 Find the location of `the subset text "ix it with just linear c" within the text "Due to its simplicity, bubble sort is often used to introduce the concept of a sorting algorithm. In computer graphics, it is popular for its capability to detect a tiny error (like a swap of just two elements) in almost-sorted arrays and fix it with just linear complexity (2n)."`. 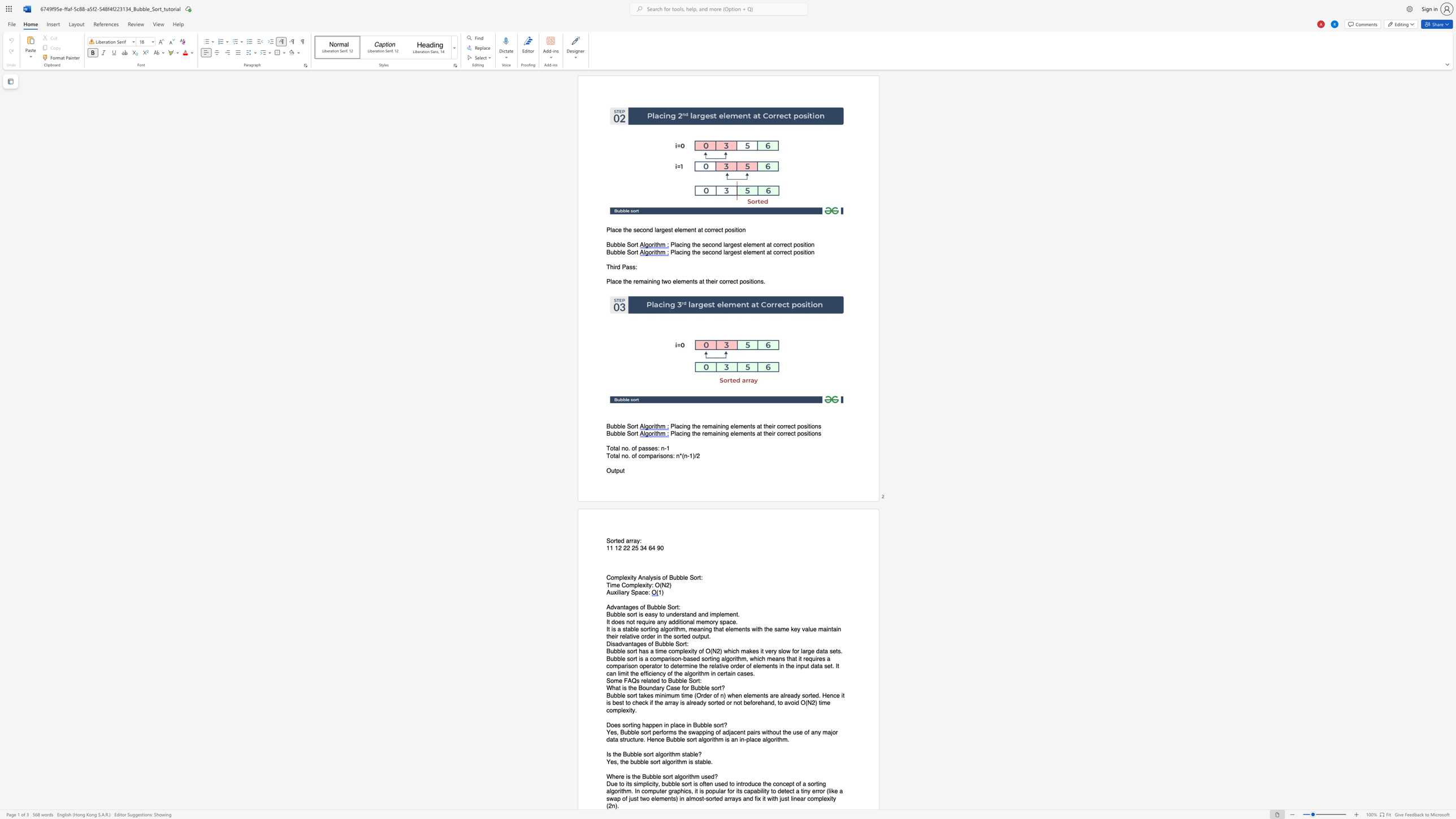

the subset text "ix it with just linear c" within the text "Due to its simplicity, bubble sort is often used to introduce the concept of a sorting algorithm. In computer graphics, it is popular for its capability to detect a tiny error (like a swap of just two elements) in almost-sorted arrays and fix it with just linear complexity (2n)." is located at coordinates (756, 798).